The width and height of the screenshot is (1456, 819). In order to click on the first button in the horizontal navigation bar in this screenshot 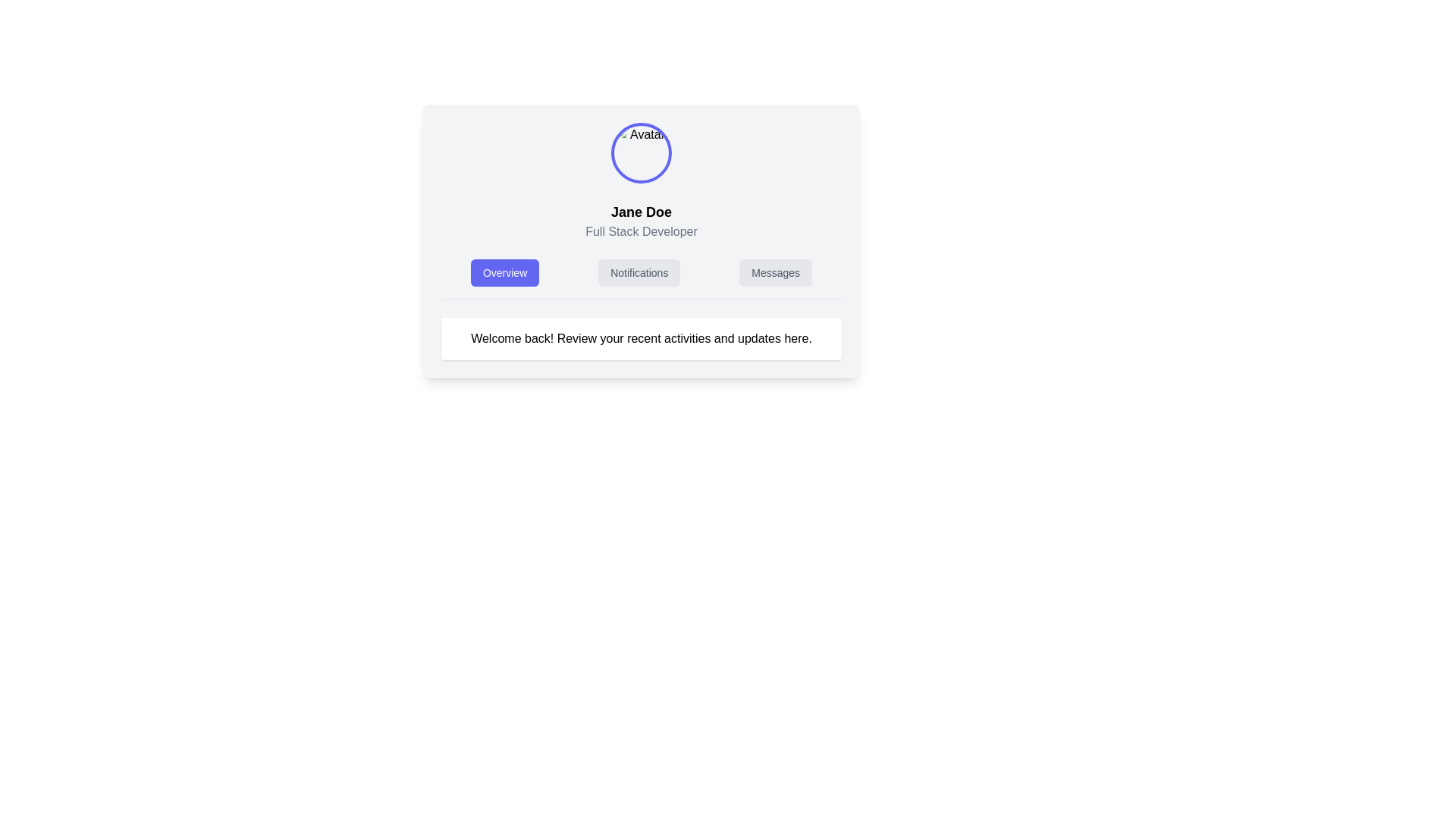, I will do `click(505, 271)`.